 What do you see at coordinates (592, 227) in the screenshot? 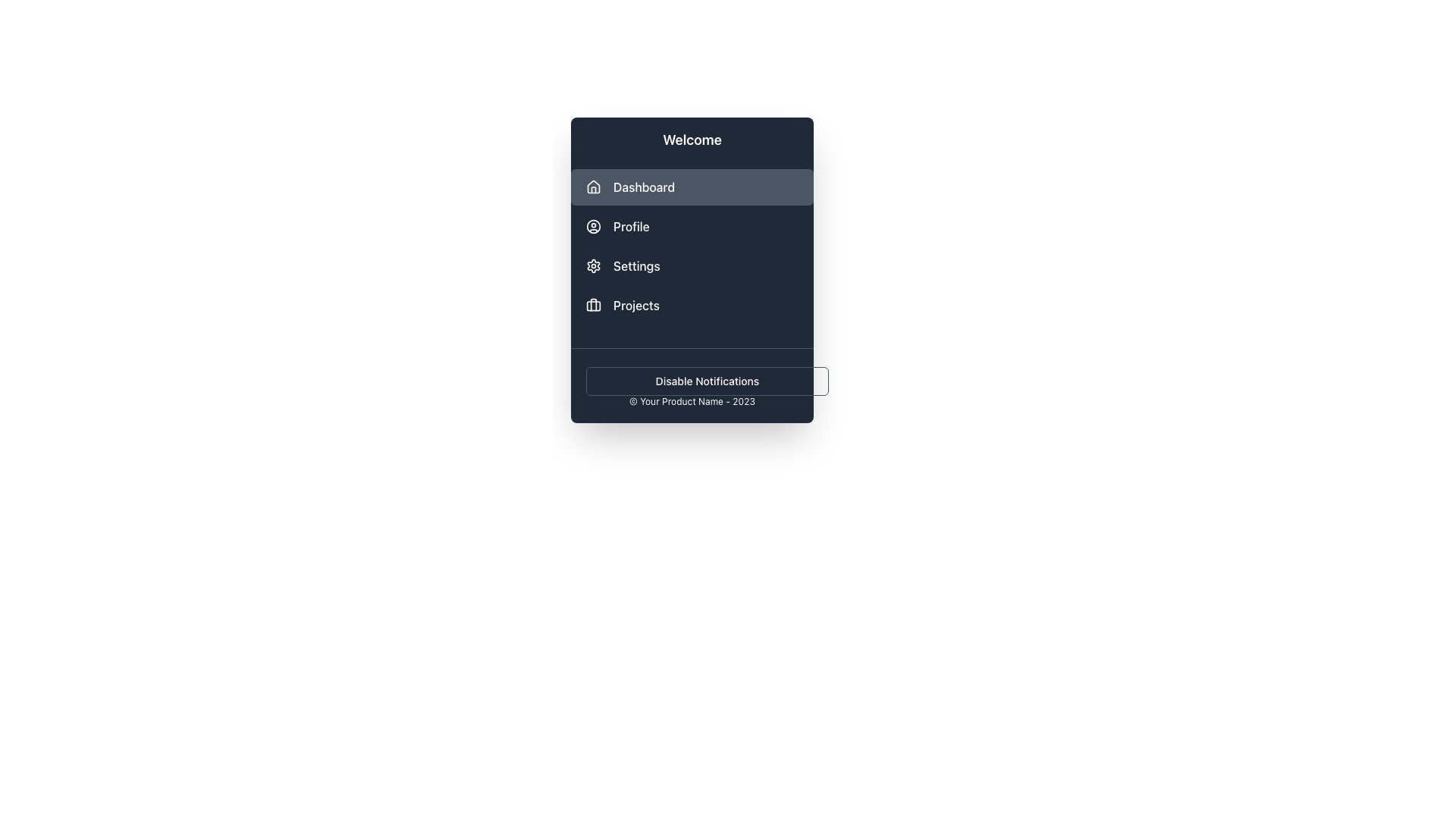
I see `the user profile icon, which is the first icon associated with the 'Profile' option in the navigation menu, featuring a circular outline and a dark background with a white outline` at bounding box center [592, 227].